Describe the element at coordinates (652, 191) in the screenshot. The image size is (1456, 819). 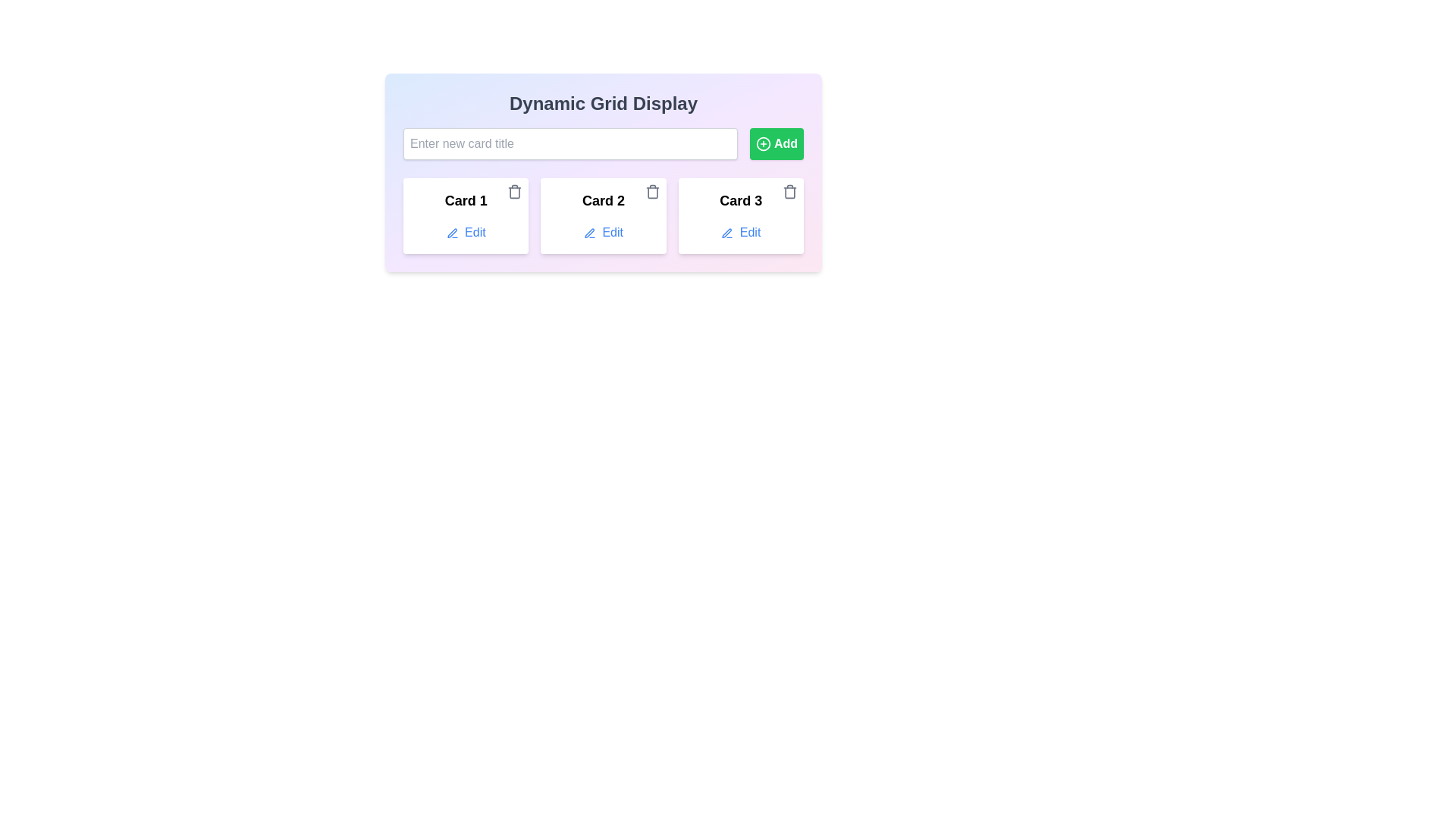
I see `the delete icon styled as a trash can located at the top-right corner of 'Card 2'` at that location.